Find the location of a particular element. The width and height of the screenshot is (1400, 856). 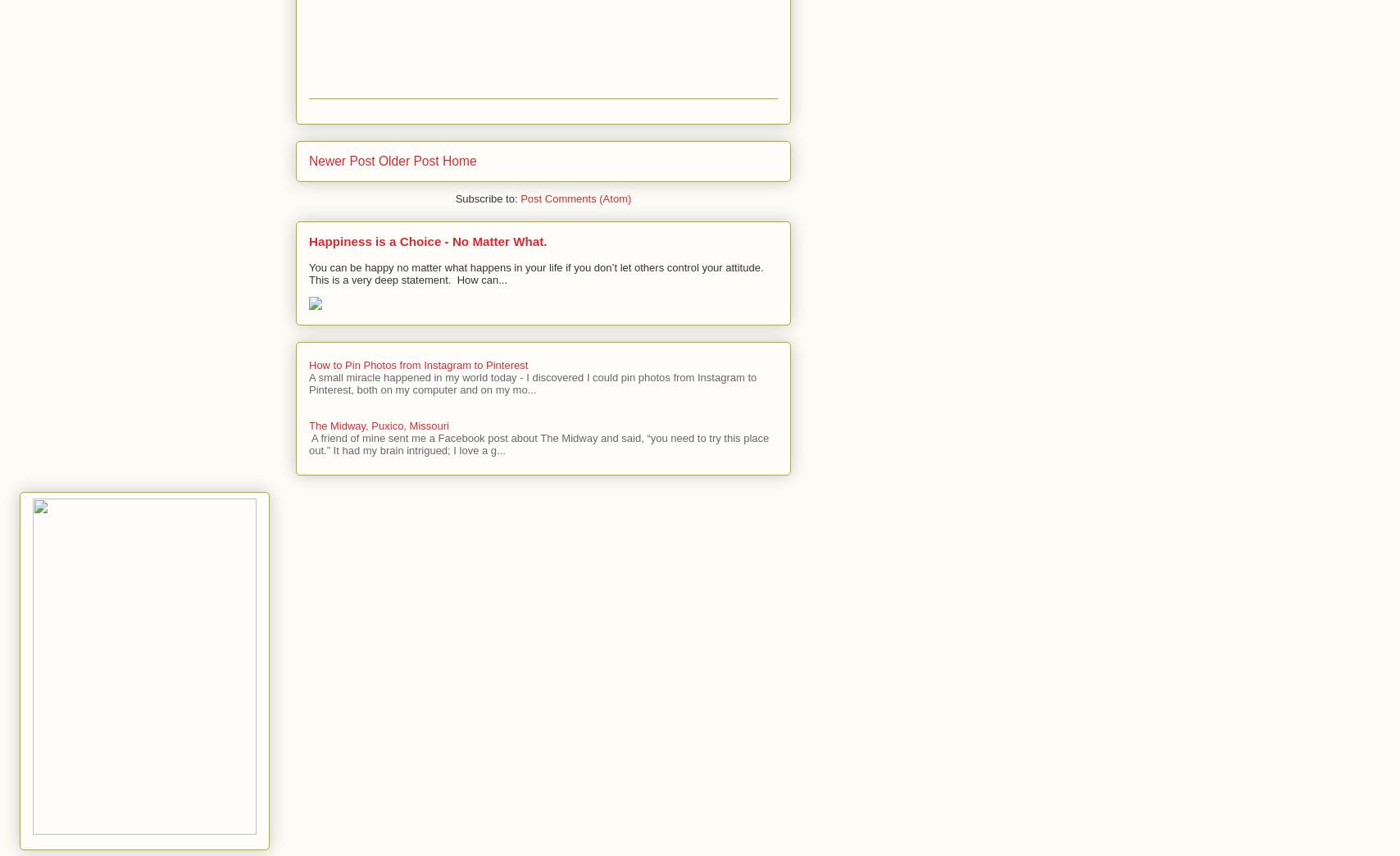

'Older Post' is located at coordinates (377, 160).